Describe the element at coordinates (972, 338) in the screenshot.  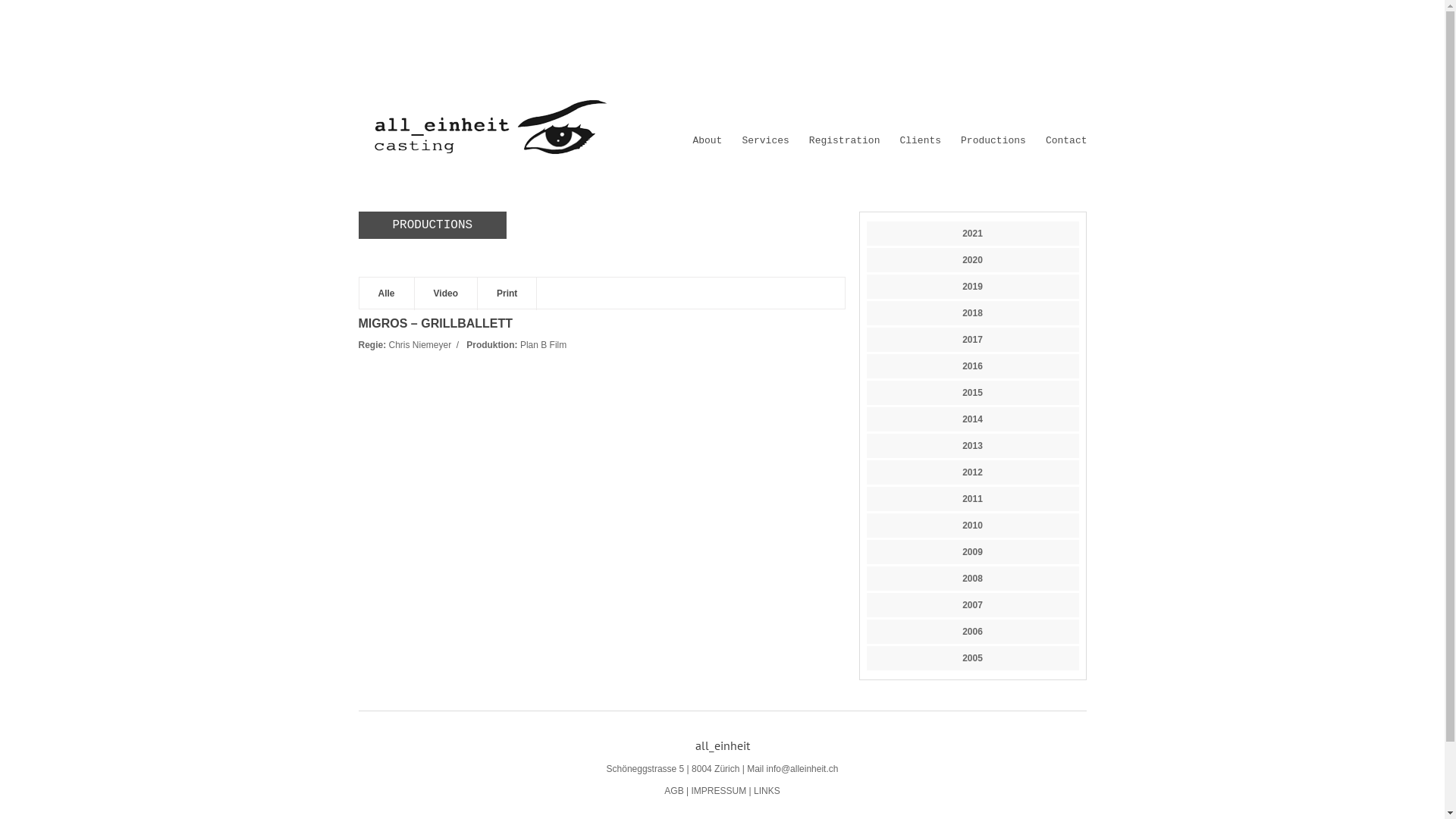
I see `'2017'` at that location.